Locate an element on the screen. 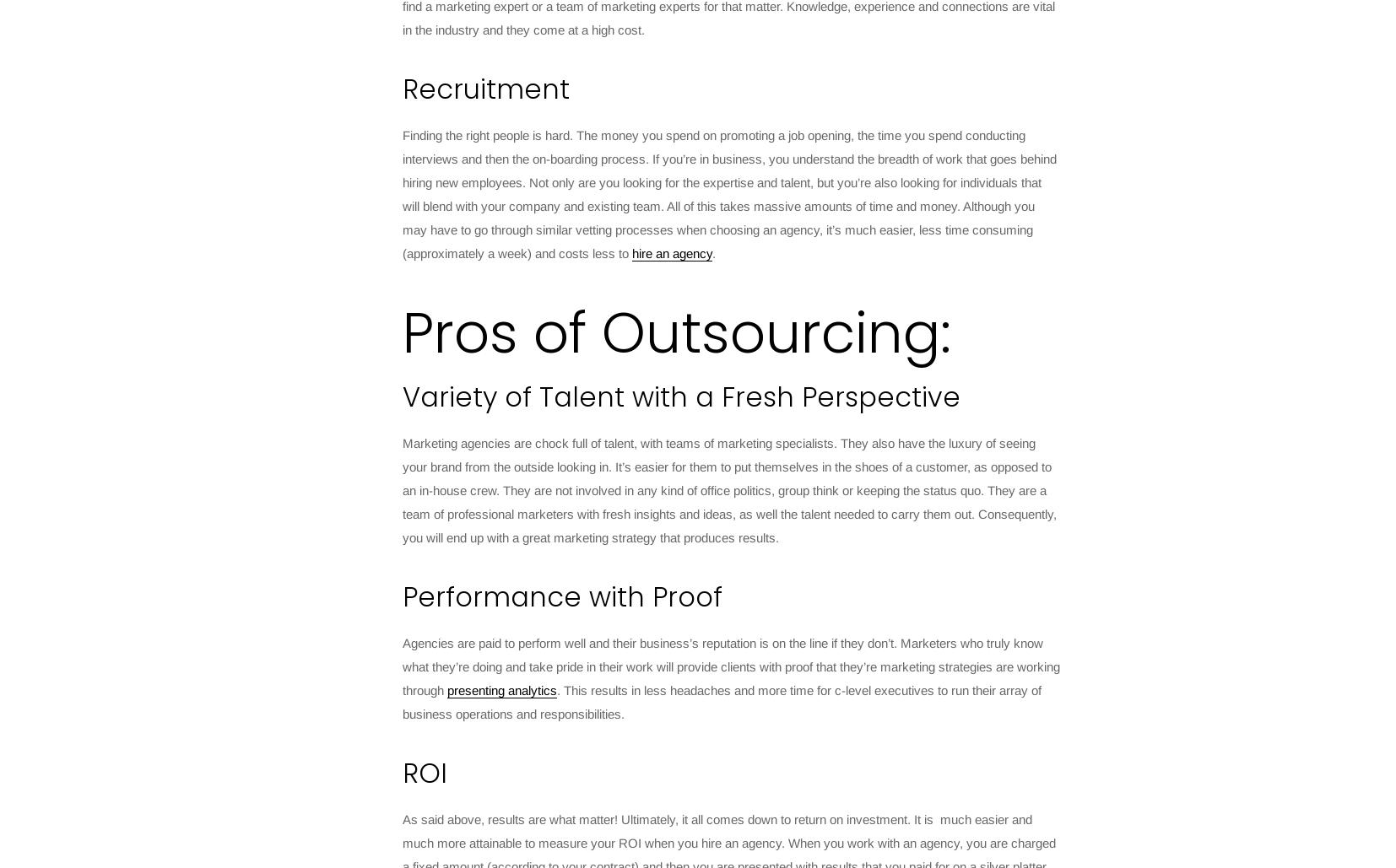  '.' is located at coordinates (713, 253).